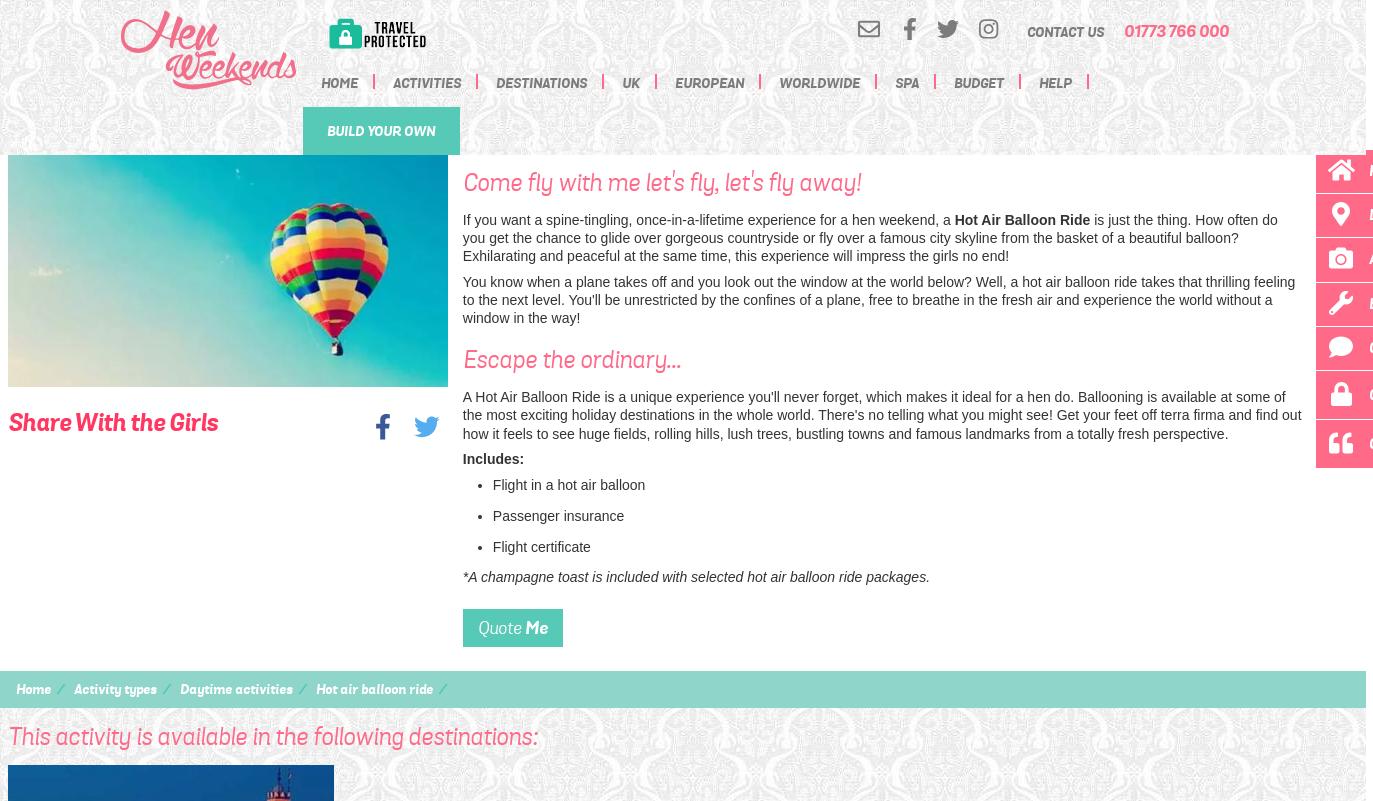  Describe the element at coordinates (708, 82) in the screenshot. I see `'European'` at that location.